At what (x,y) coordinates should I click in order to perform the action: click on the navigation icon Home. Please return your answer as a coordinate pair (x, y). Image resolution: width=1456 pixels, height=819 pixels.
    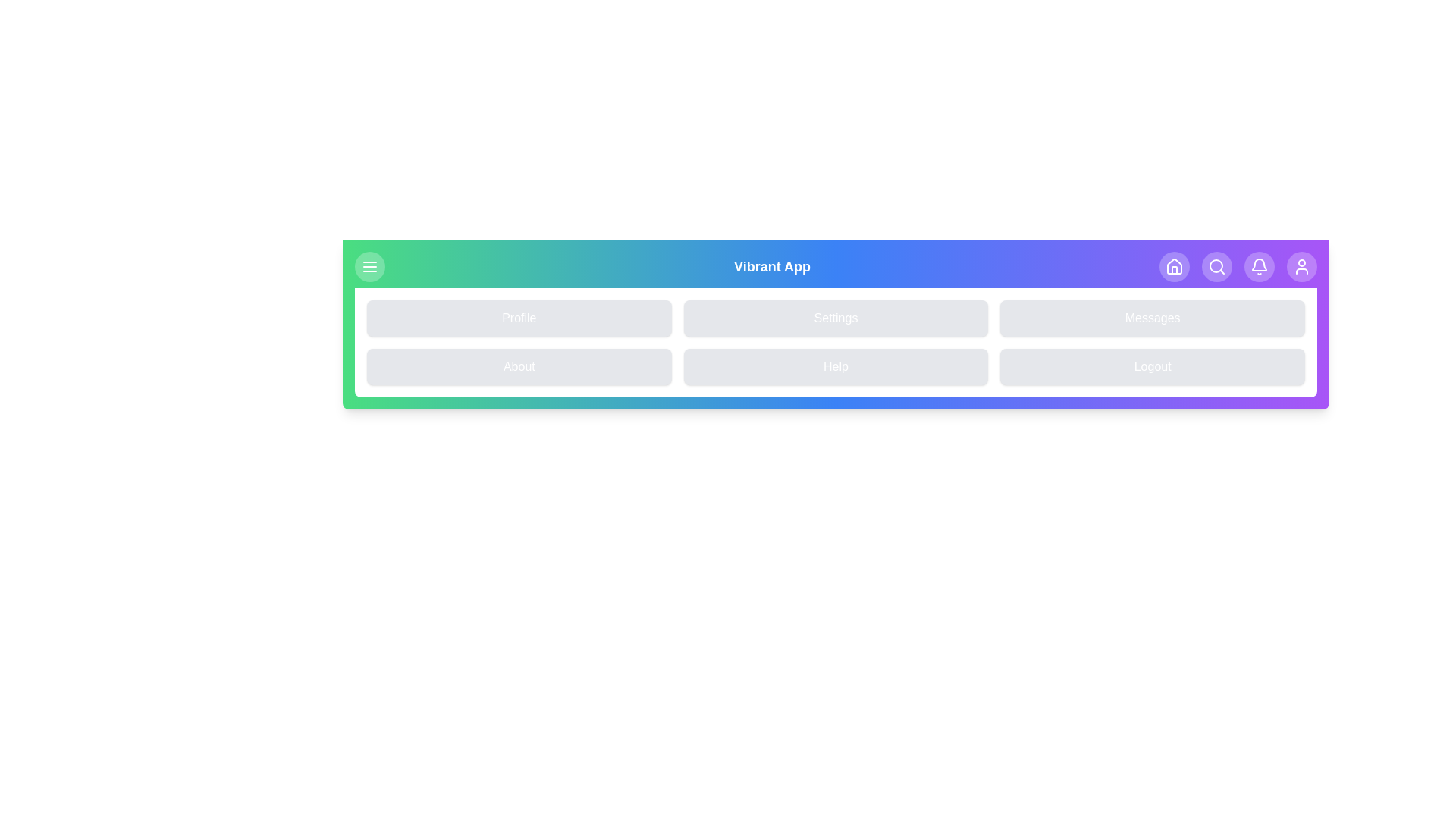
    Looking at the image, I should click on (1174, 265).